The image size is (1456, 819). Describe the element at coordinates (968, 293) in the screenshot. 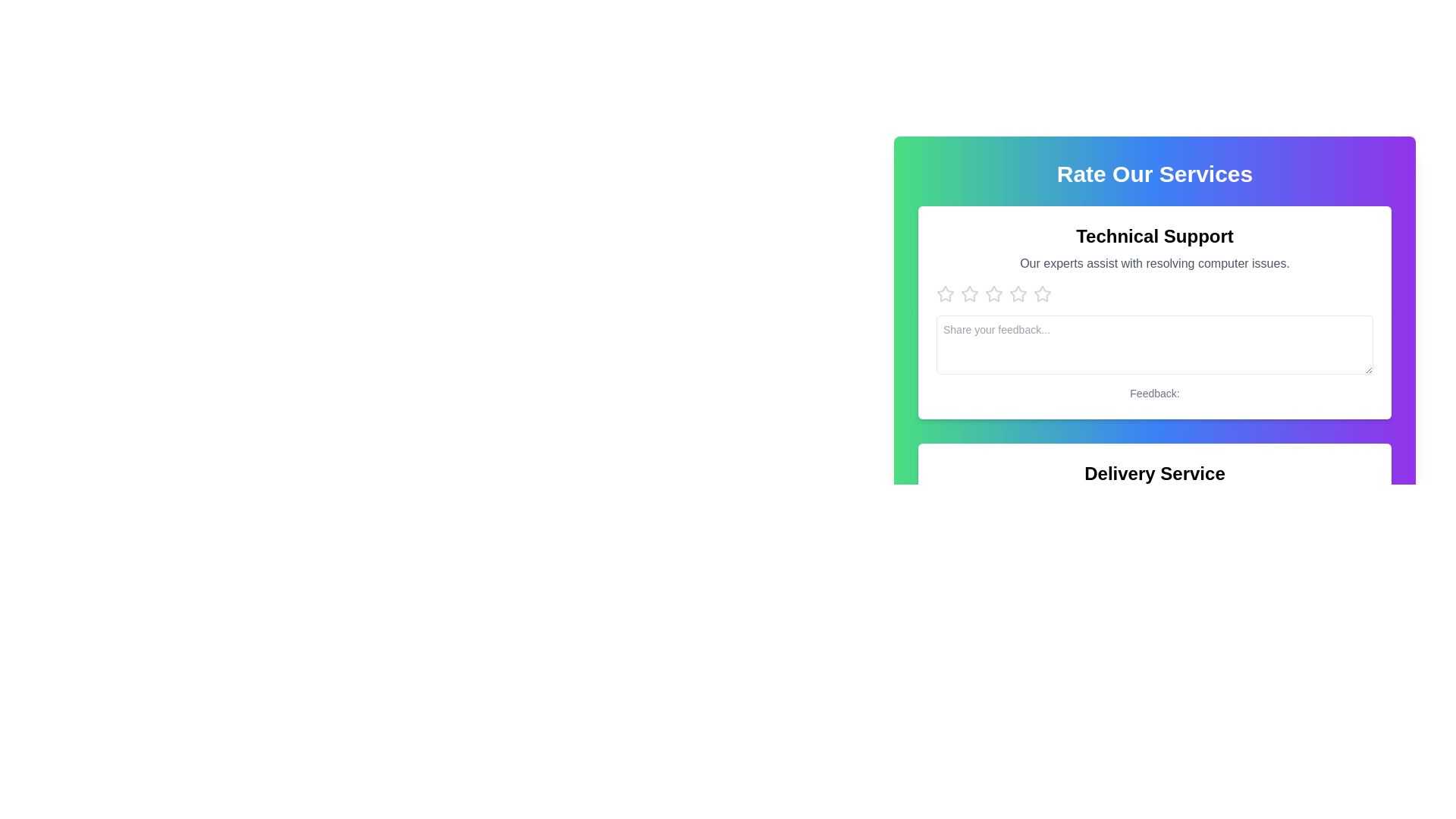

I see `the second star icon in the 'Rate Our Services' panel under 'Technical Support' for keyboard navigation` at that location.